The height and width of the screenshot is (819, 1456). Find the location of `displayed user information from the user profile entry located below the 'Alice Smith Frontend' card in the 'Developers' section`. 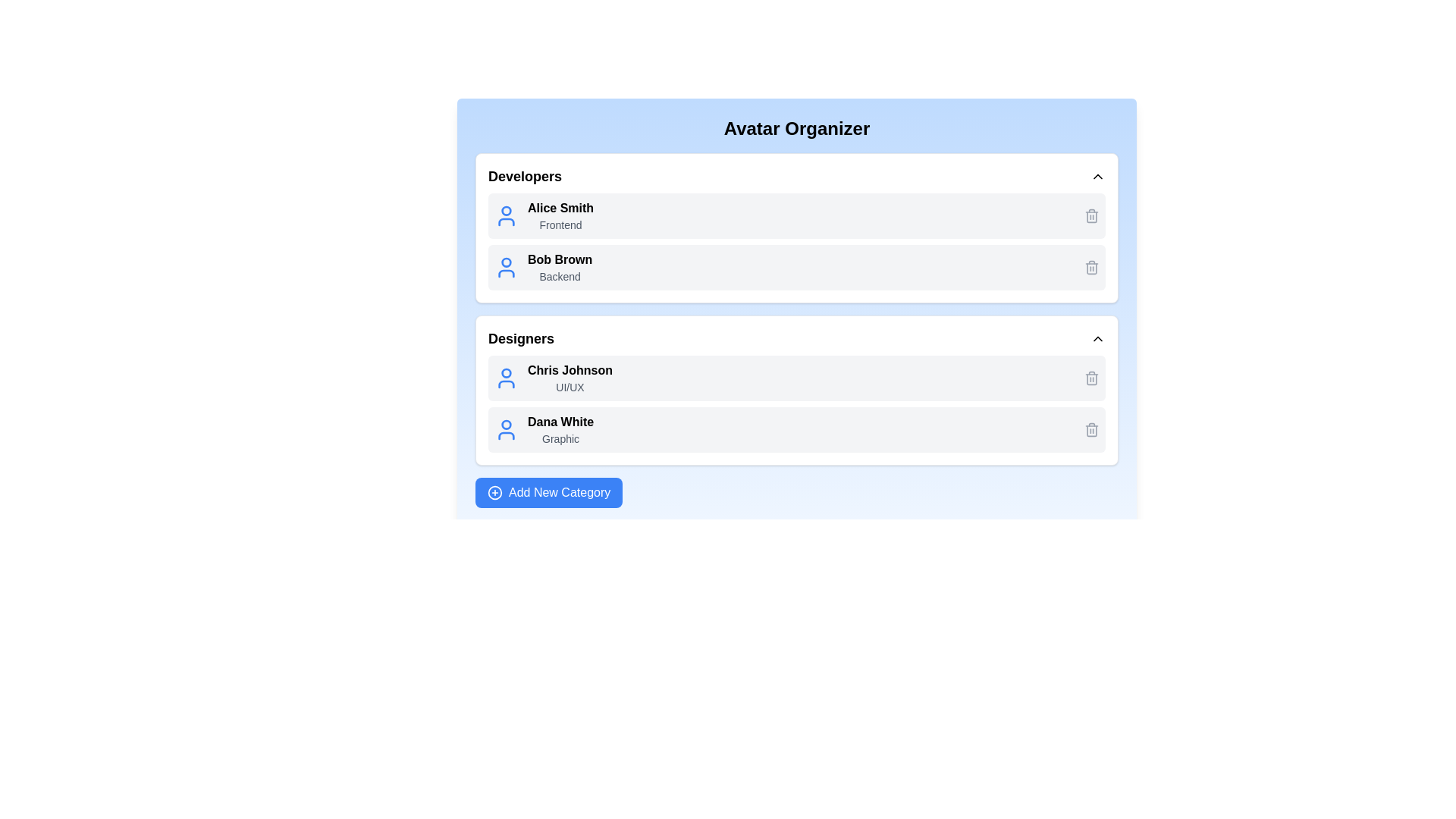

displayed user information from the user profile entry located below the 'Alice Smith Frontend' card in the 'Developers' section is located at coordinates (796, 267).